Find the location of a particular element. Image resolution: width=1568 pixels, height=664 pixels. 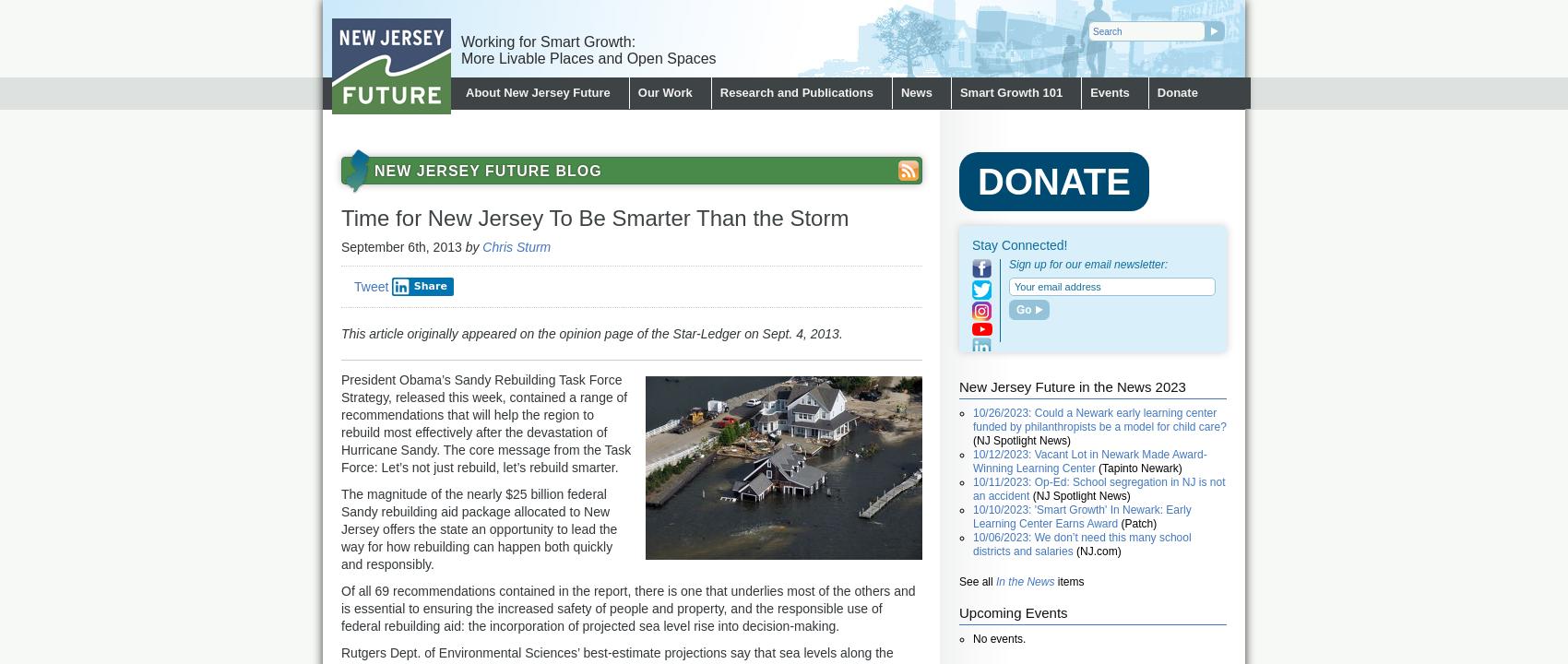

'items' is located at coordinates (1054, 582).